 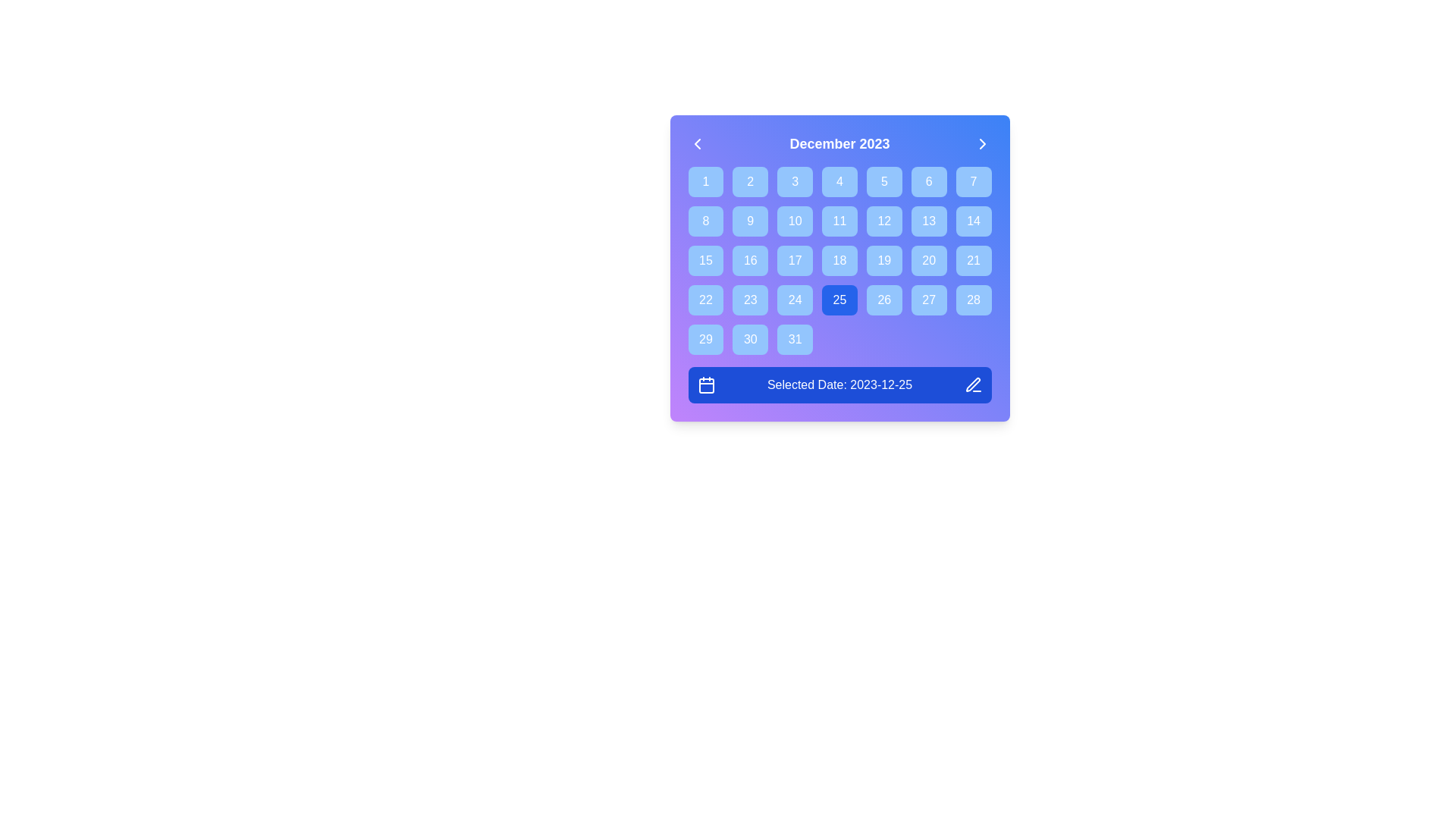 I want to click on the Day cell representing the 22nd day of the current month in the calendar grid, so click(x=705, y=300).